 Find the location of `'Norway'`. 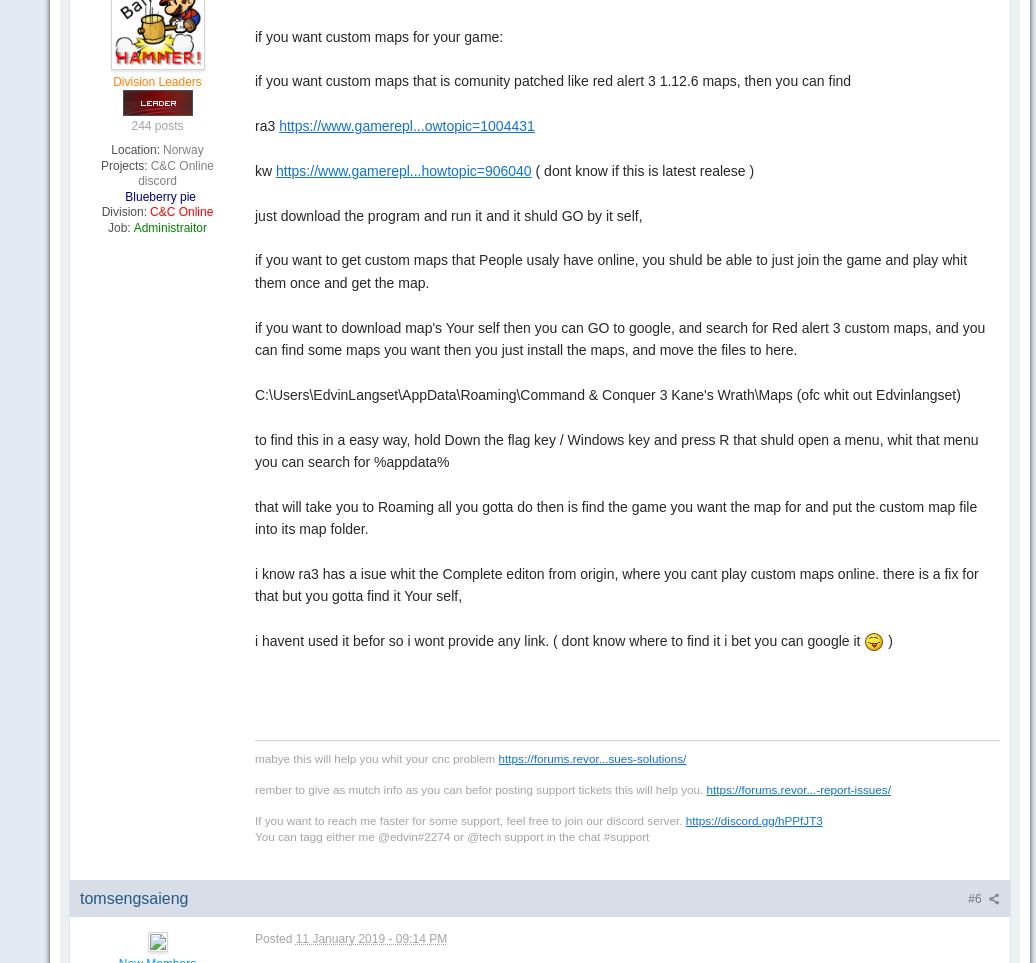

'Norway' is located at coordinates (182, 148).